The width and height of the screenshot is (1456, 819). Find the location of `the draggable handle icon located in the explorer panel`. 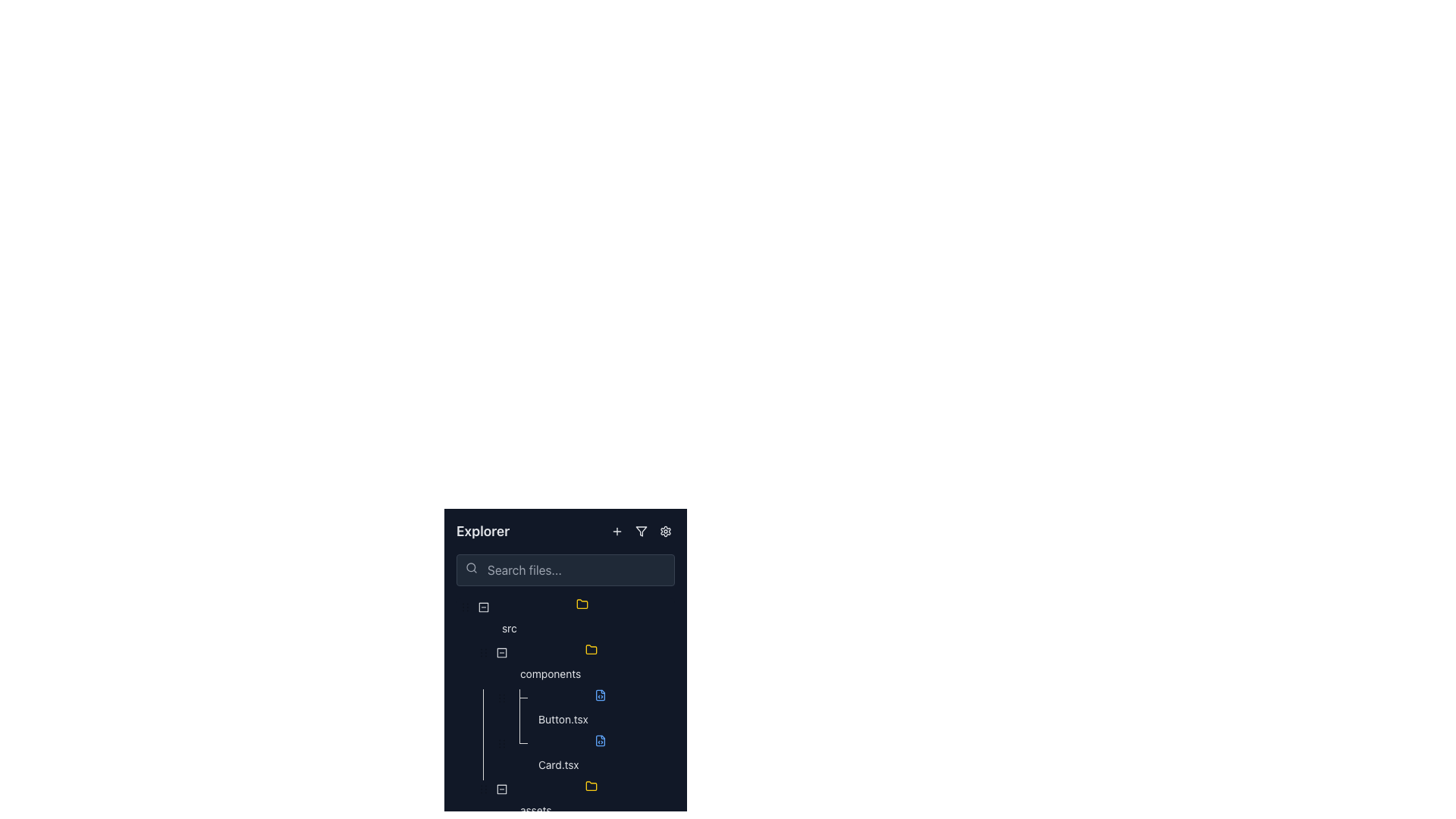

the draggable handle icon located in the explorer panel is located at coordinates (502, 698).